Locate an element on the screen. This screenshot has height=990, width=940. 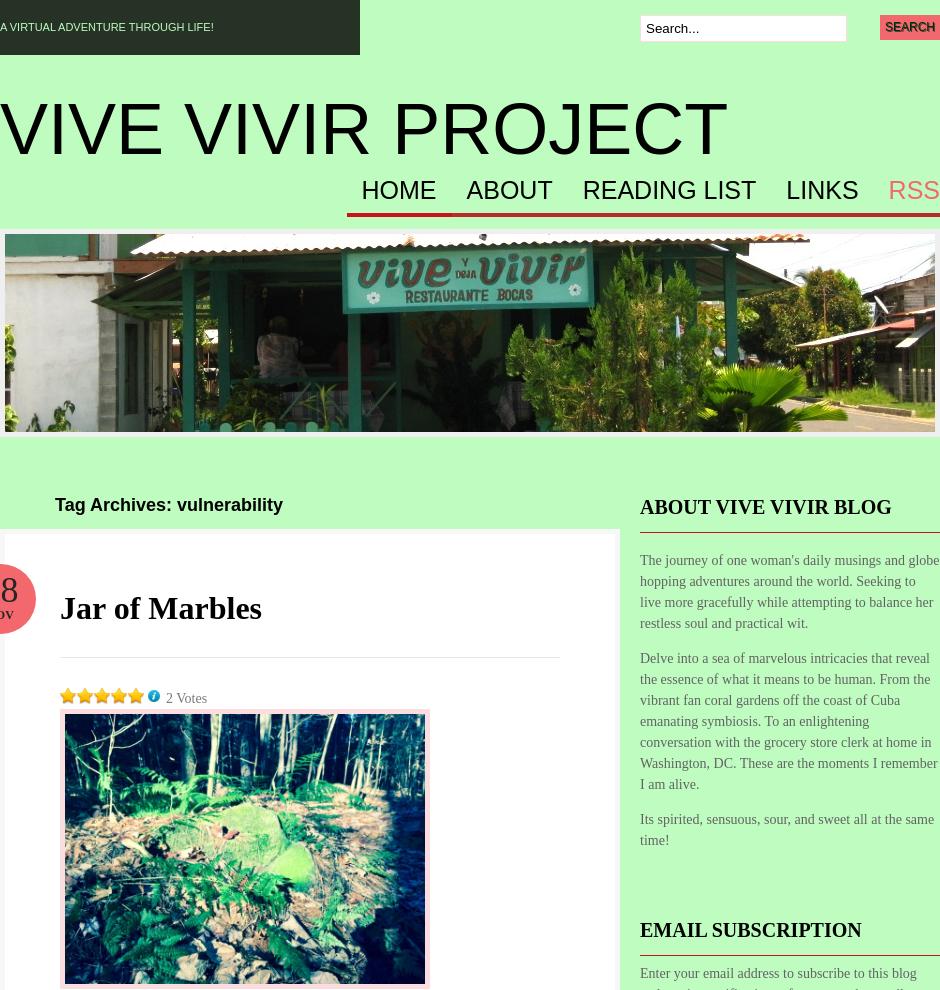
'About Vive Vivir Blog' is located at coordinates (764, 505).